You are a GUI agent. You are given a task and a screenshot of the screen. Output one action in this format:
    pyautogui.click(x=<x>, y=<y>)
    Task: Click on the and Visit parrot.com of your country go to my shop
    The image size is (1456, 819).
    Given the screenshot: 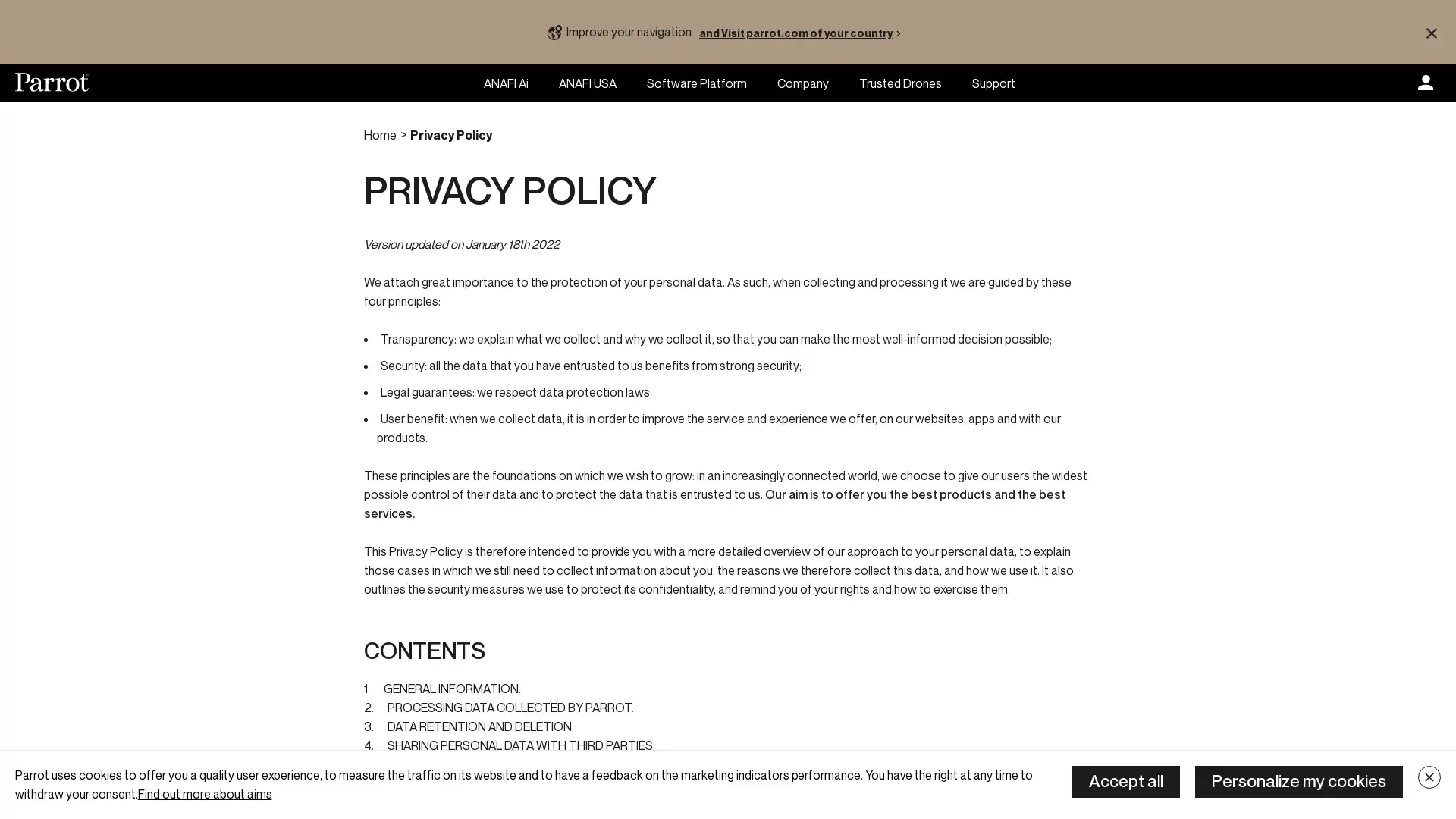 What is the action you would take?
    pyautogui.click(x=802, y=32)
    